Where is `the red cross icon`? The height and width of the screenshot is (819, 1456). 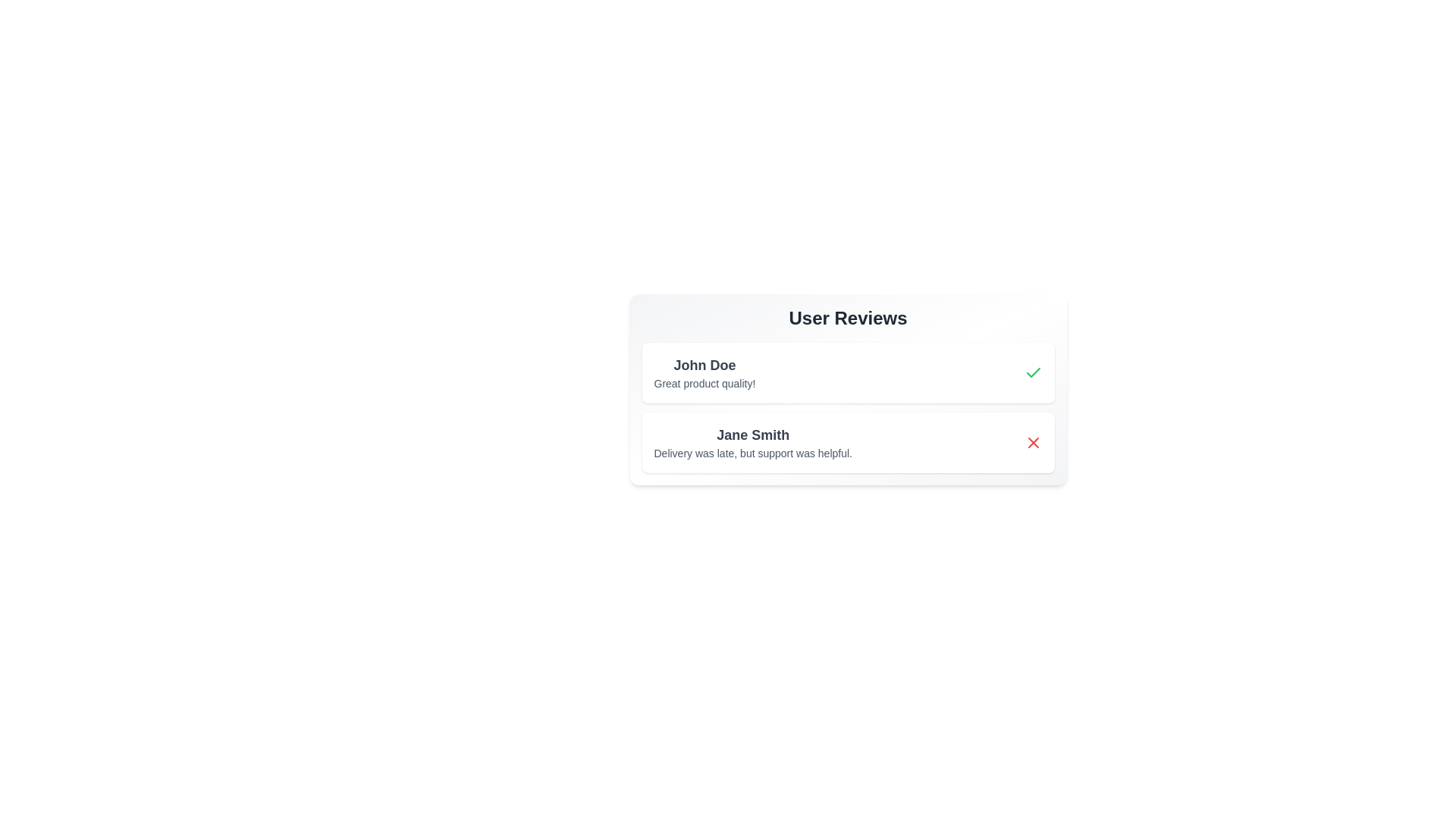 the red cross icon is located at coordinates (1032, 442).